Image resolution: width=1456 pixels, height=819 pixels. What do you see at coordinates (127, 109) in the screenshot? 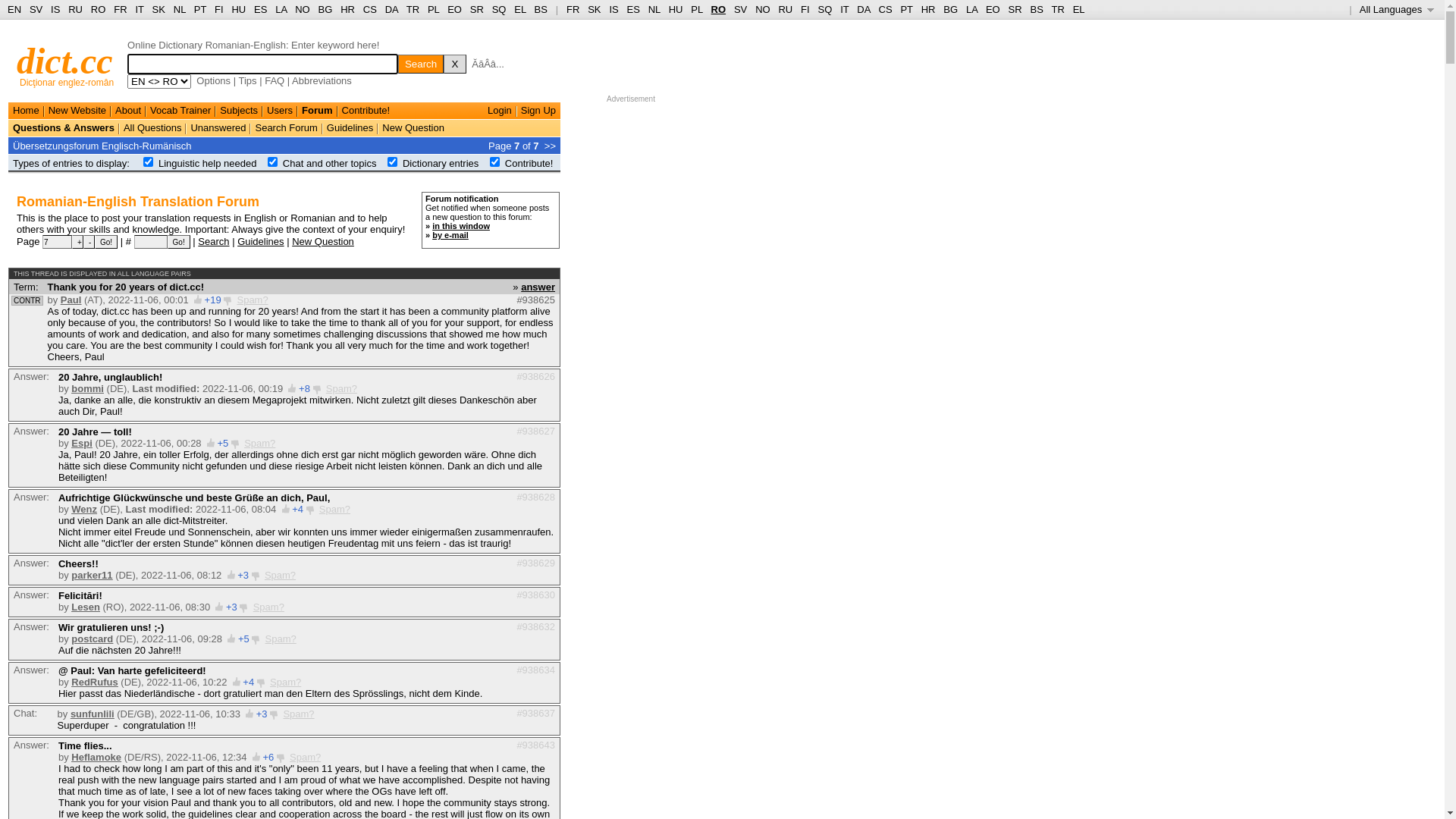
I see `'About'` at bounding box center [127, 109].